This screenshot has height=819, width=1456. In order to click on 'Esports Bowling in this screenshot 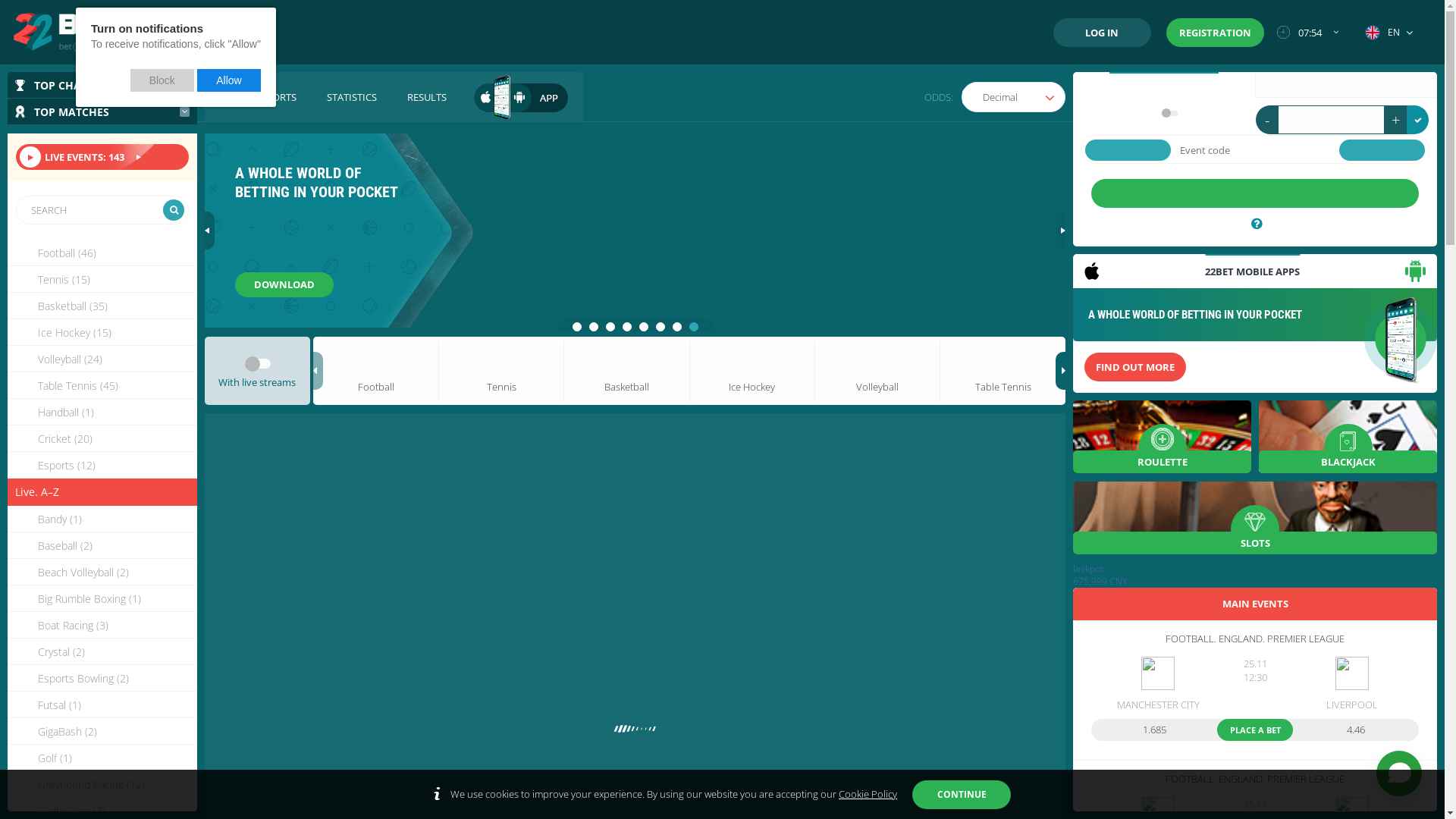, I will do `click(101, 677)`.